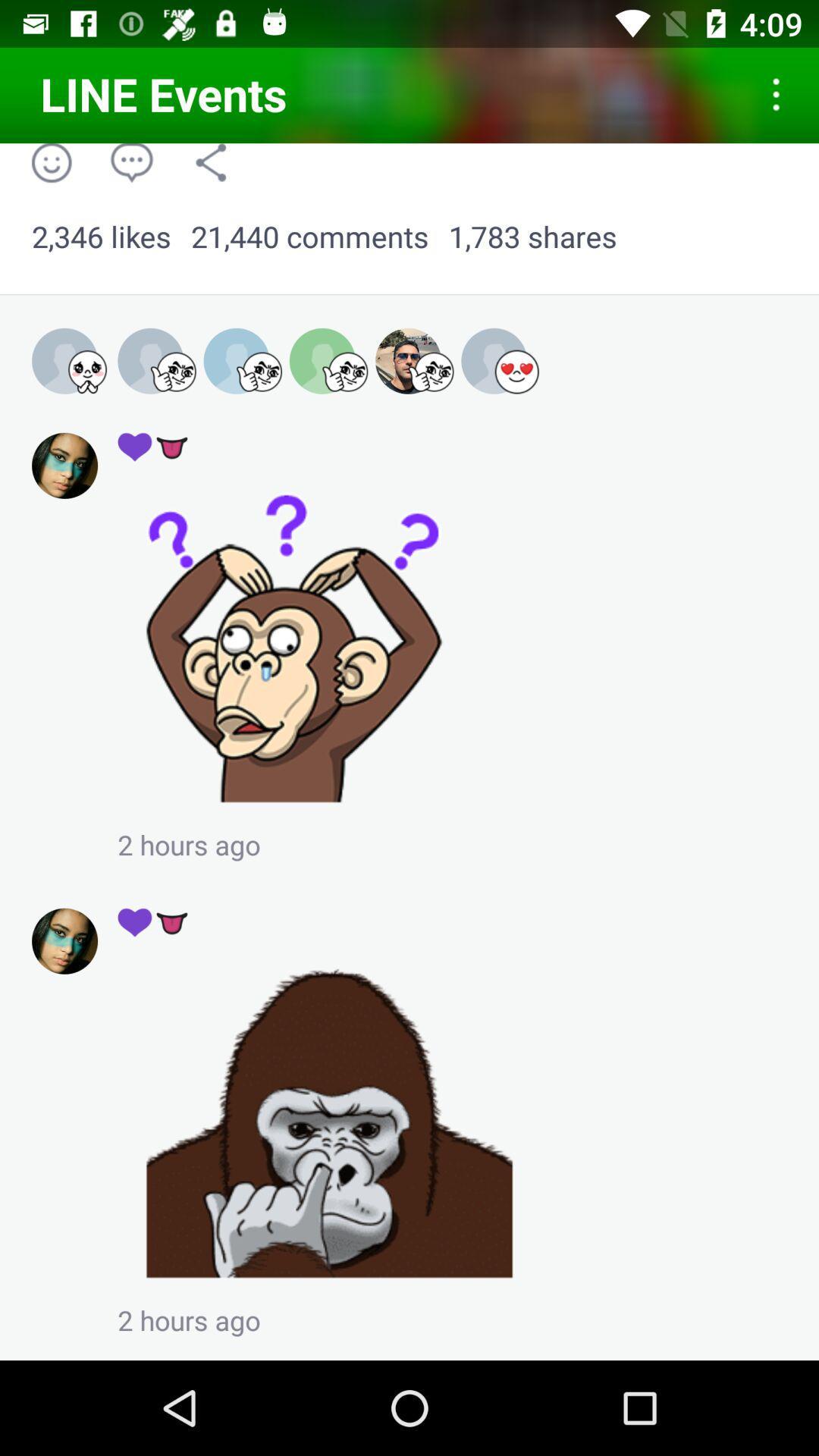  What do you see at coordinates (64, 940) in the screenshot?
I see `last contact icon in the end of the page` at bounding box center [64, 940].